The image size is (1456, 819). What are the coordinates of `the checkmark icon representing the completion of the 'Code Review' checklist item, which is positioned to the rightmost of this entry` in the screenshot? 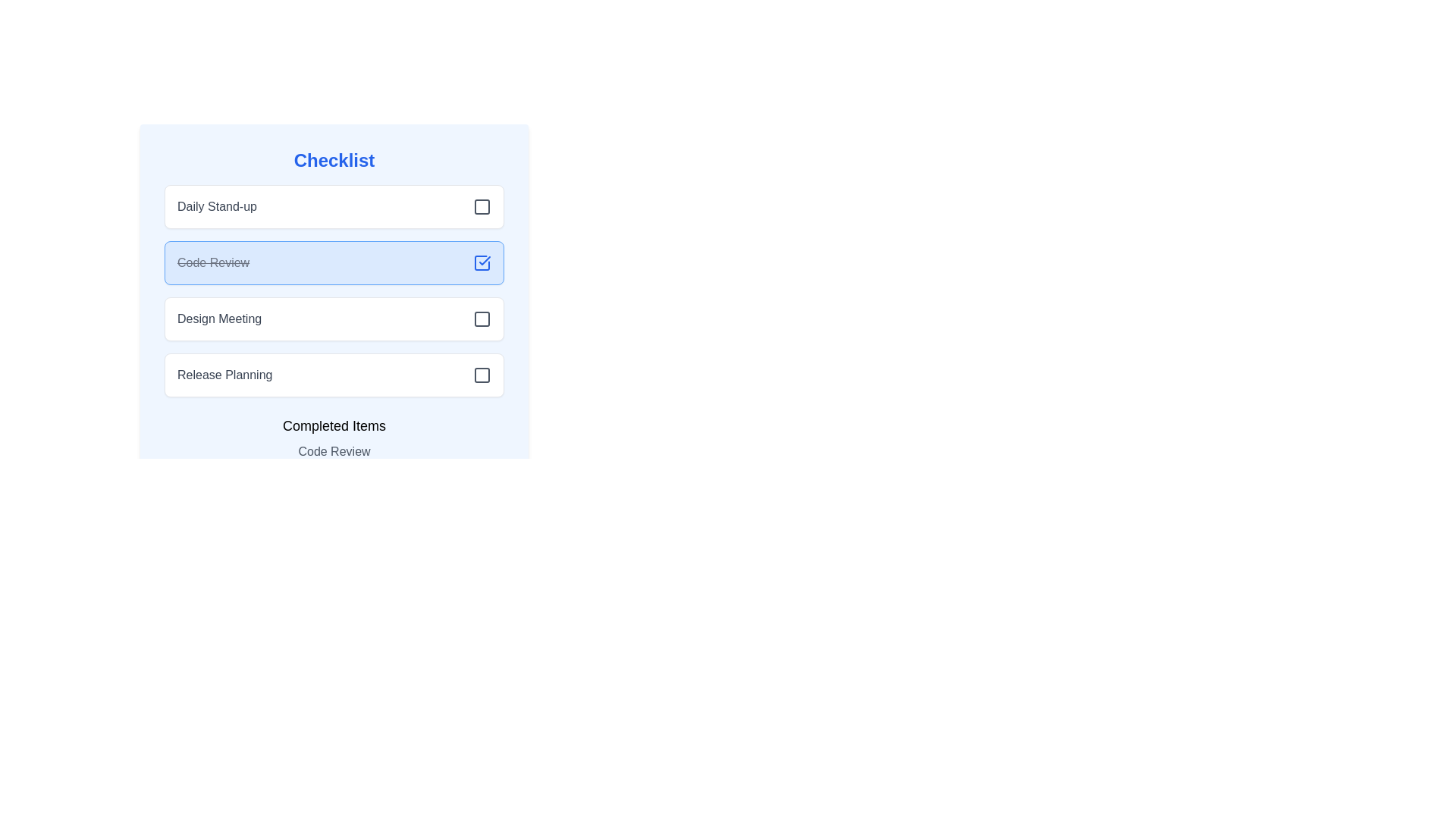 It's located at (484, 259).